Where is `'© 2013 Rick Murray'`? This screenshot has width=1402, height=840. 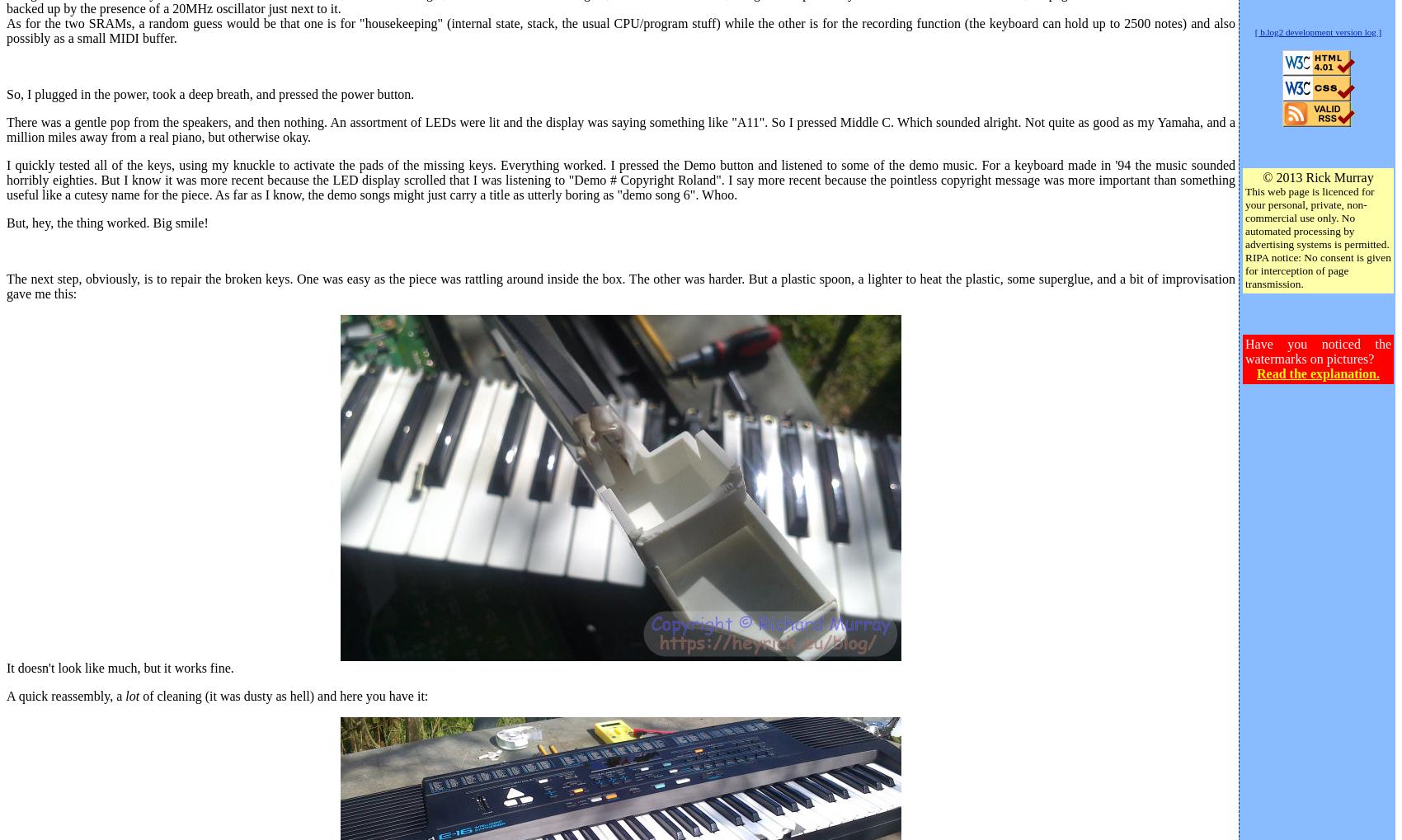 '© 2013 Rick Murray' is located at coordinates (1317, 176).